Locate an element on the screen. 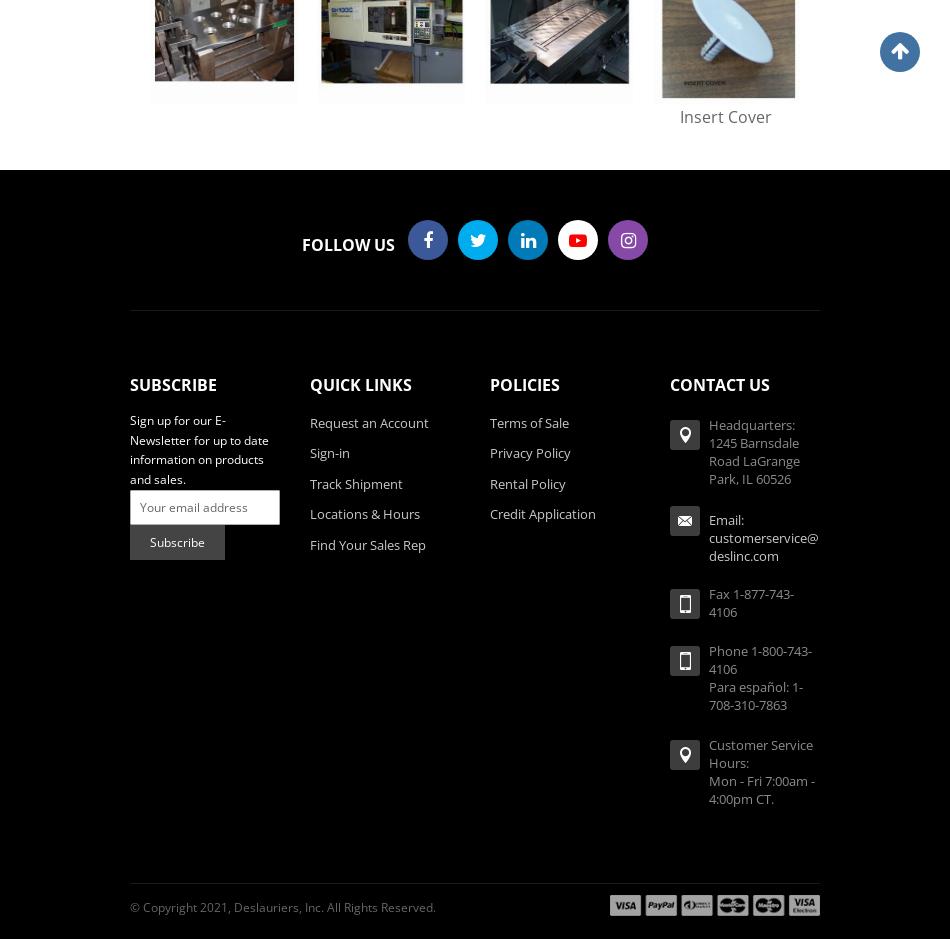  'Insert Cover' is located at coordinates (680, 114).